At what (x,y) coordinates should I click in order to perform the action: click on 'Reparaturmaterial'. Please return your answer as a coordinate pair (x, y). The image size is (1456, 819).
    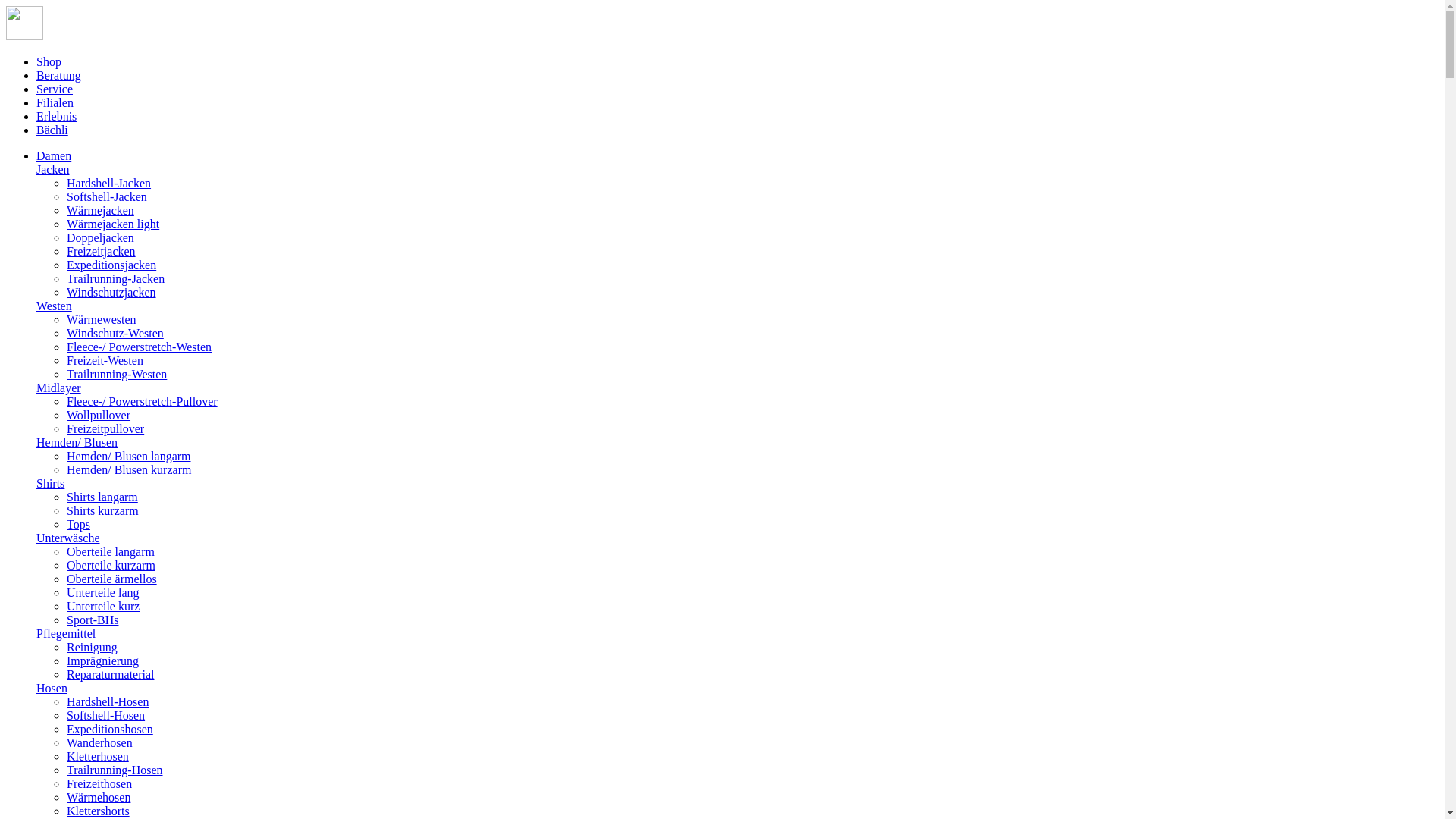
    Looking at the image, I should click on (109, 673).